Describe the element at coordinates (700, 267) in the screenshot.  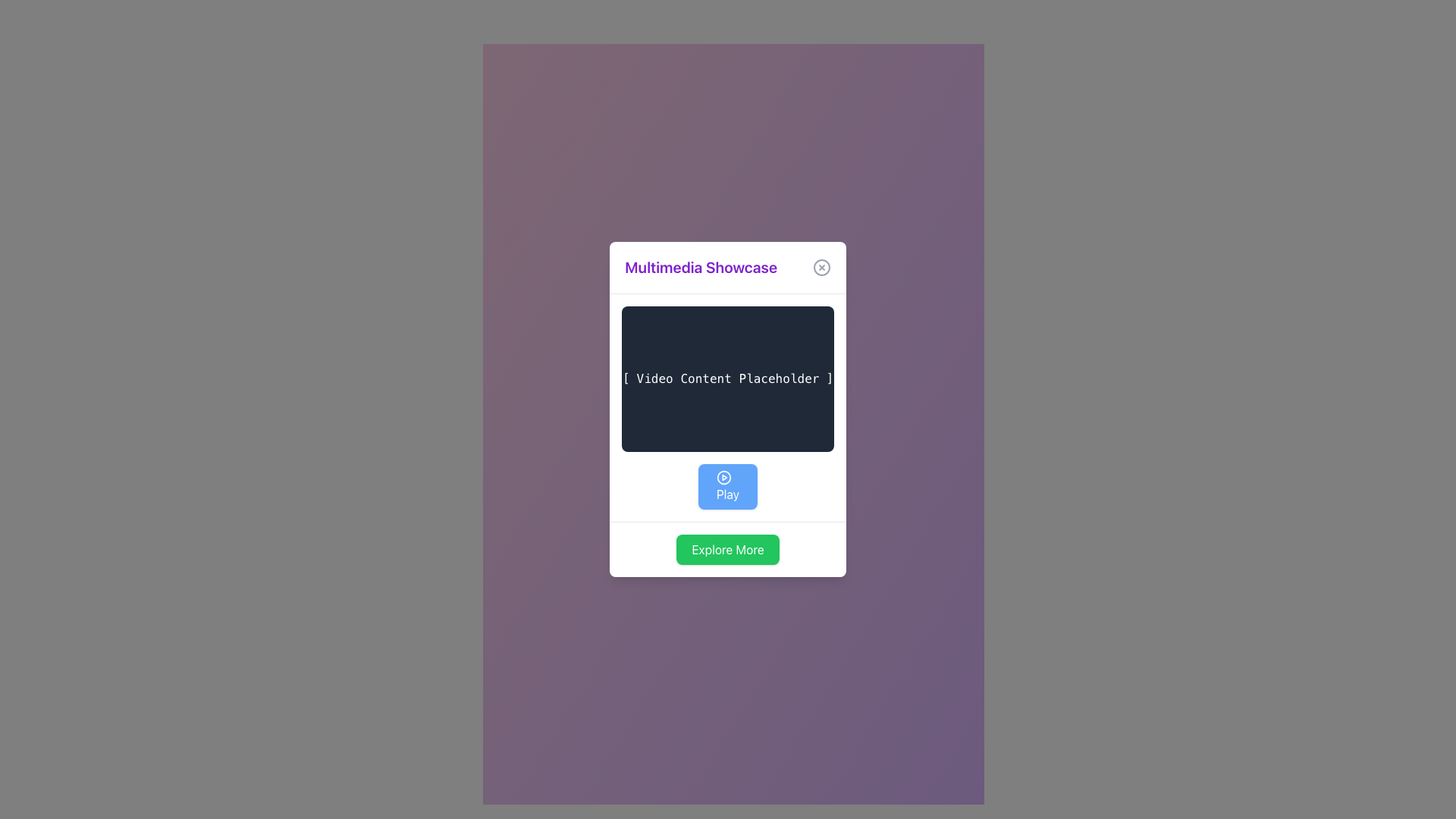
I see `text from the header label located at the top-left corner of the card, above the video placeholder and buttons, sharing space with a small circle icon` at that location.